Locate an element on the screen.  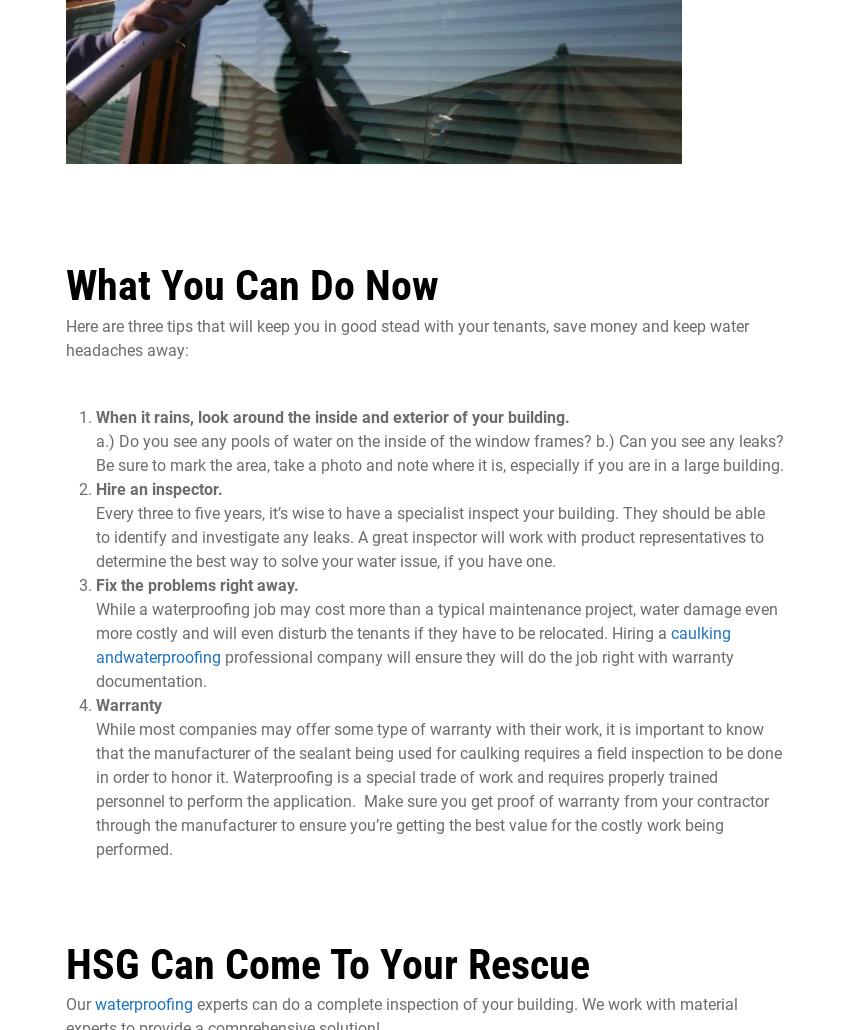
'and investigate any leaks' is located at coordinates (258, 536).